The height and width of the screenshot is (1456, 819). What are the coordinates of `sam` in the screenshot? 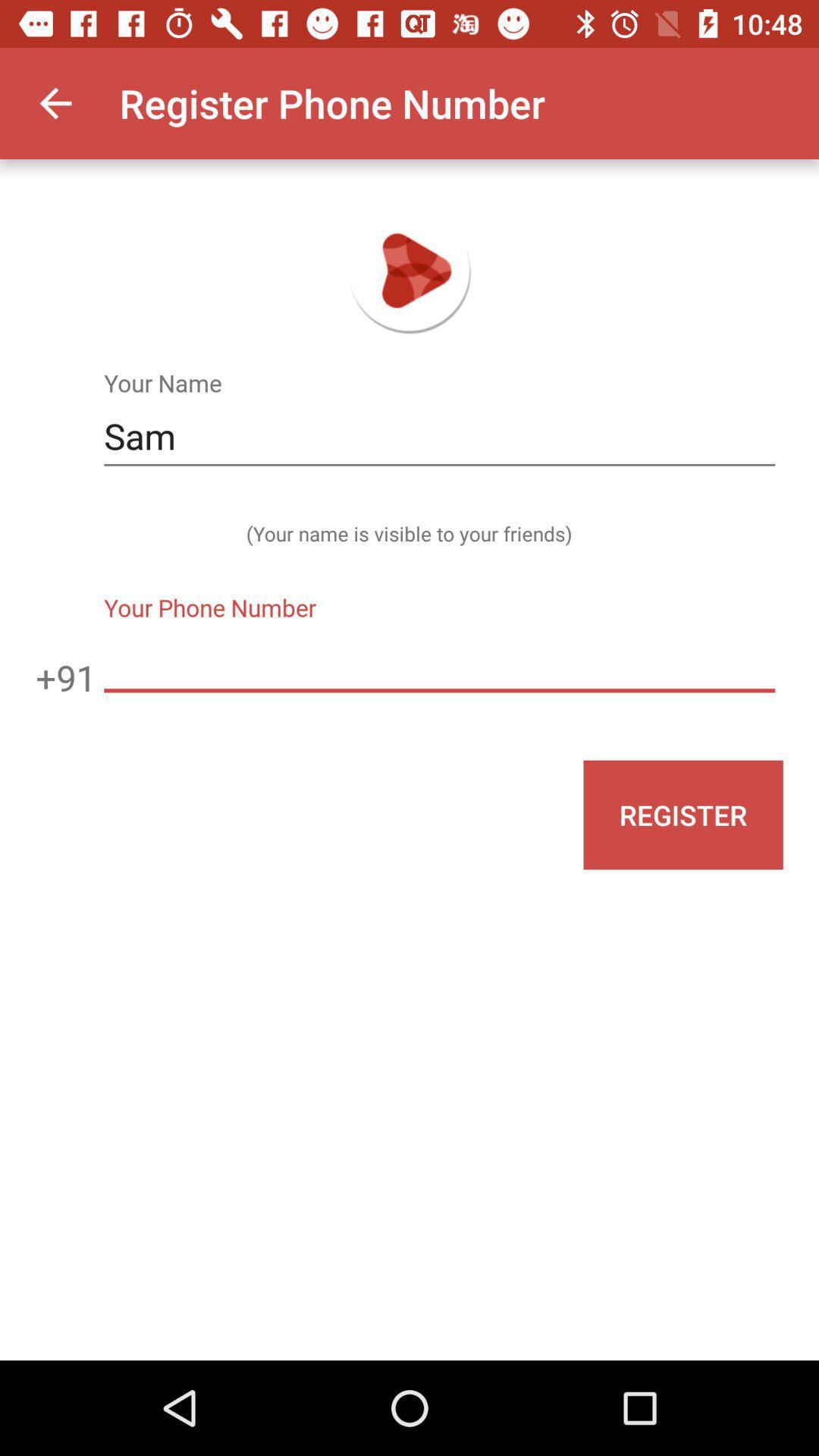 It's located at (439, 436).